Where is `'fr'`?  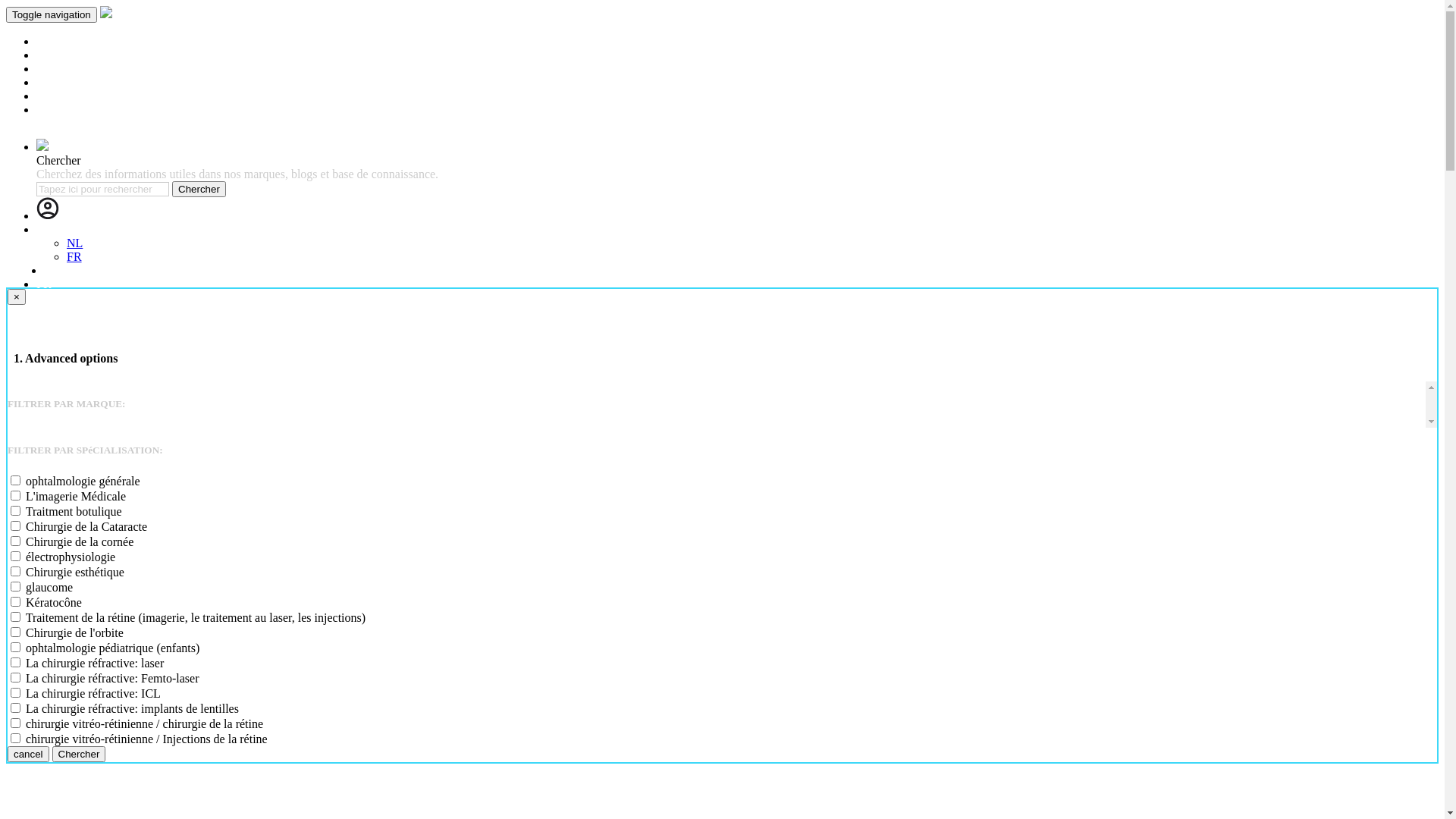 'fr' is located at coordinates (40, 229).